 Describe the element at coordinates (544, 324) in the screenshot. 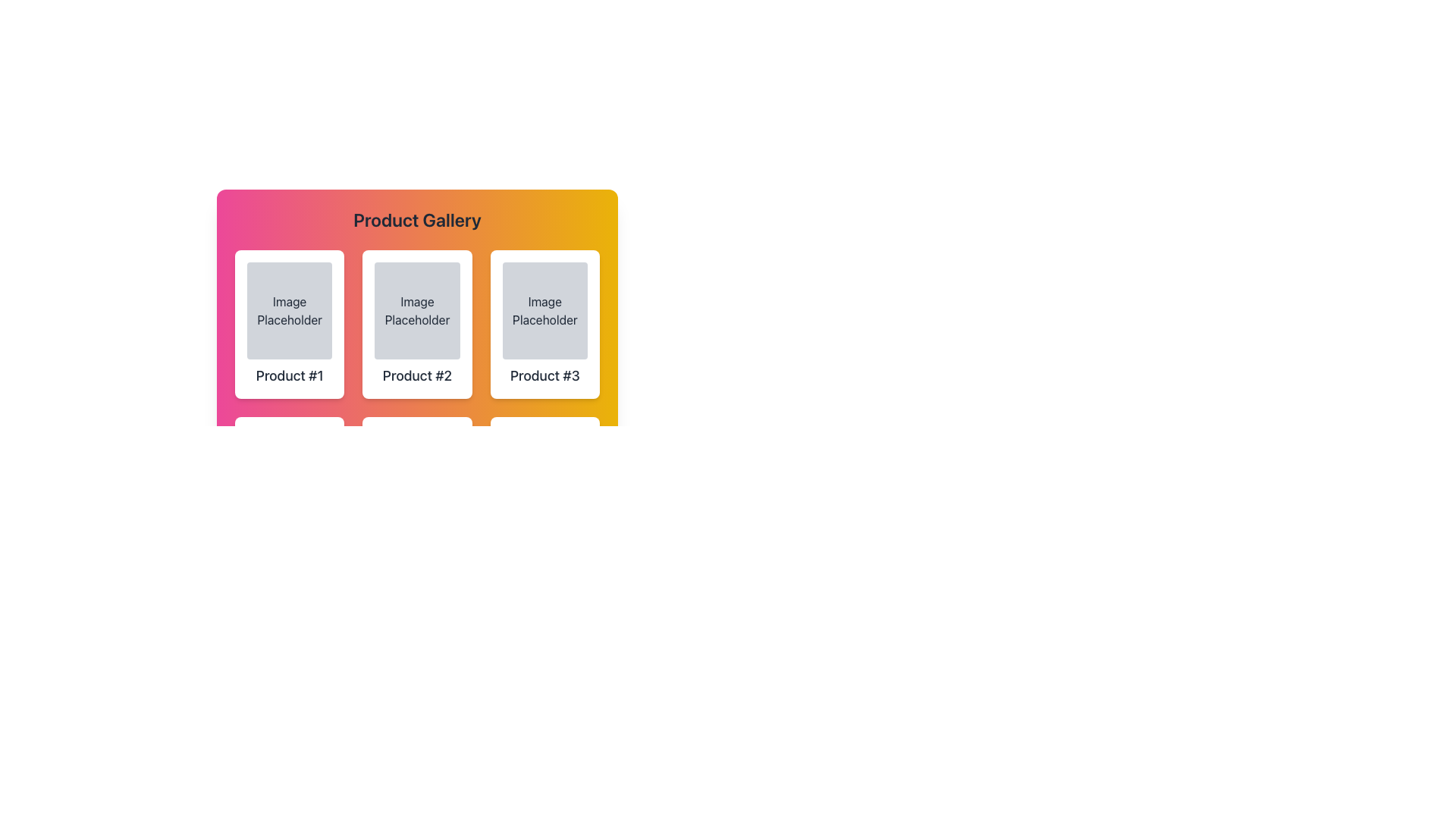

I see `the product display card titled 'Product #3', which is the right-most card in the first row of a grid layout containing six similar components` at that location.